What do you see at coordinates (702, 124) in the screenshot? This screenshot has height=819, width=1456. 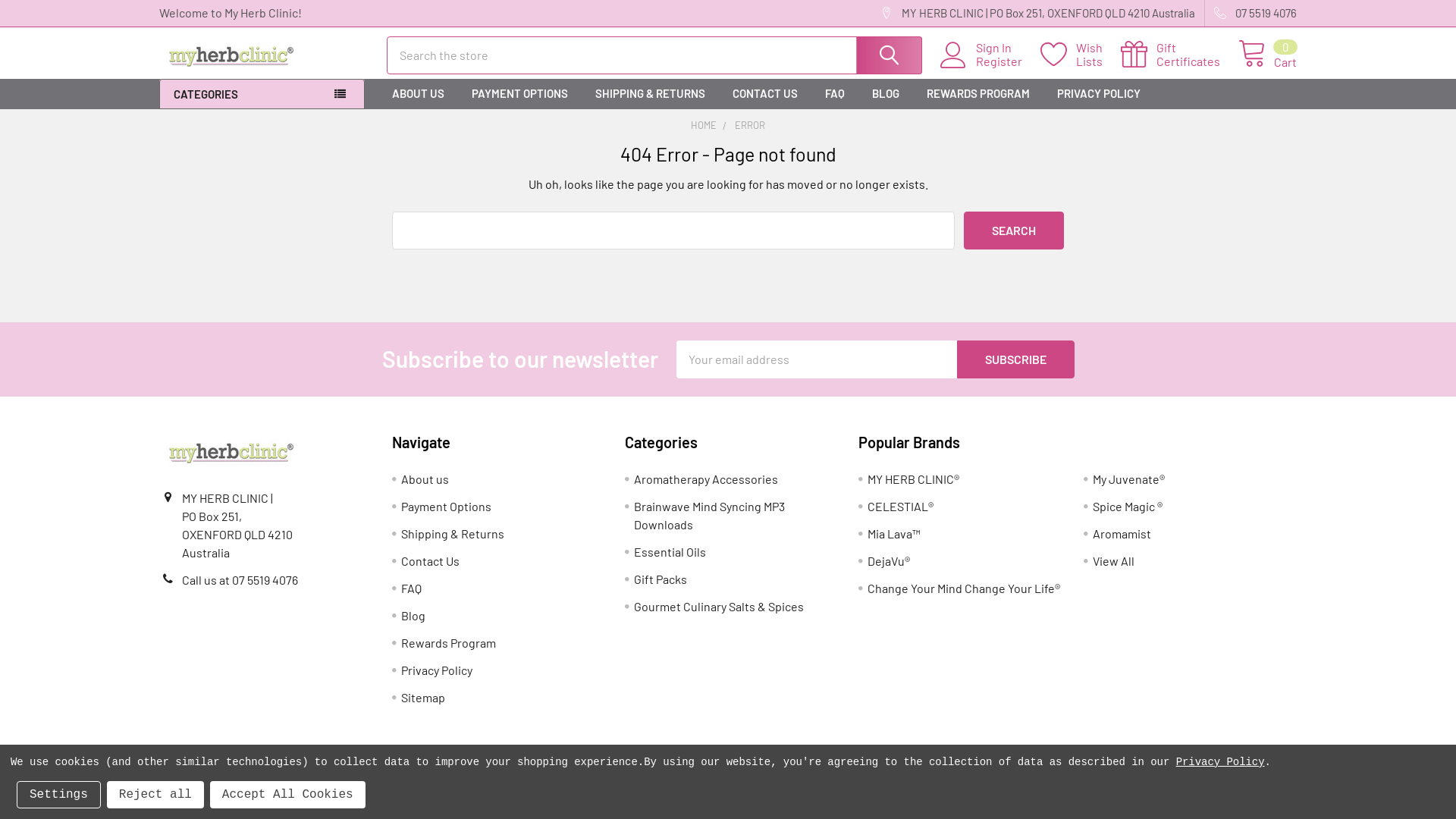 I see `'HOME'` at bounding box center [702, 124].